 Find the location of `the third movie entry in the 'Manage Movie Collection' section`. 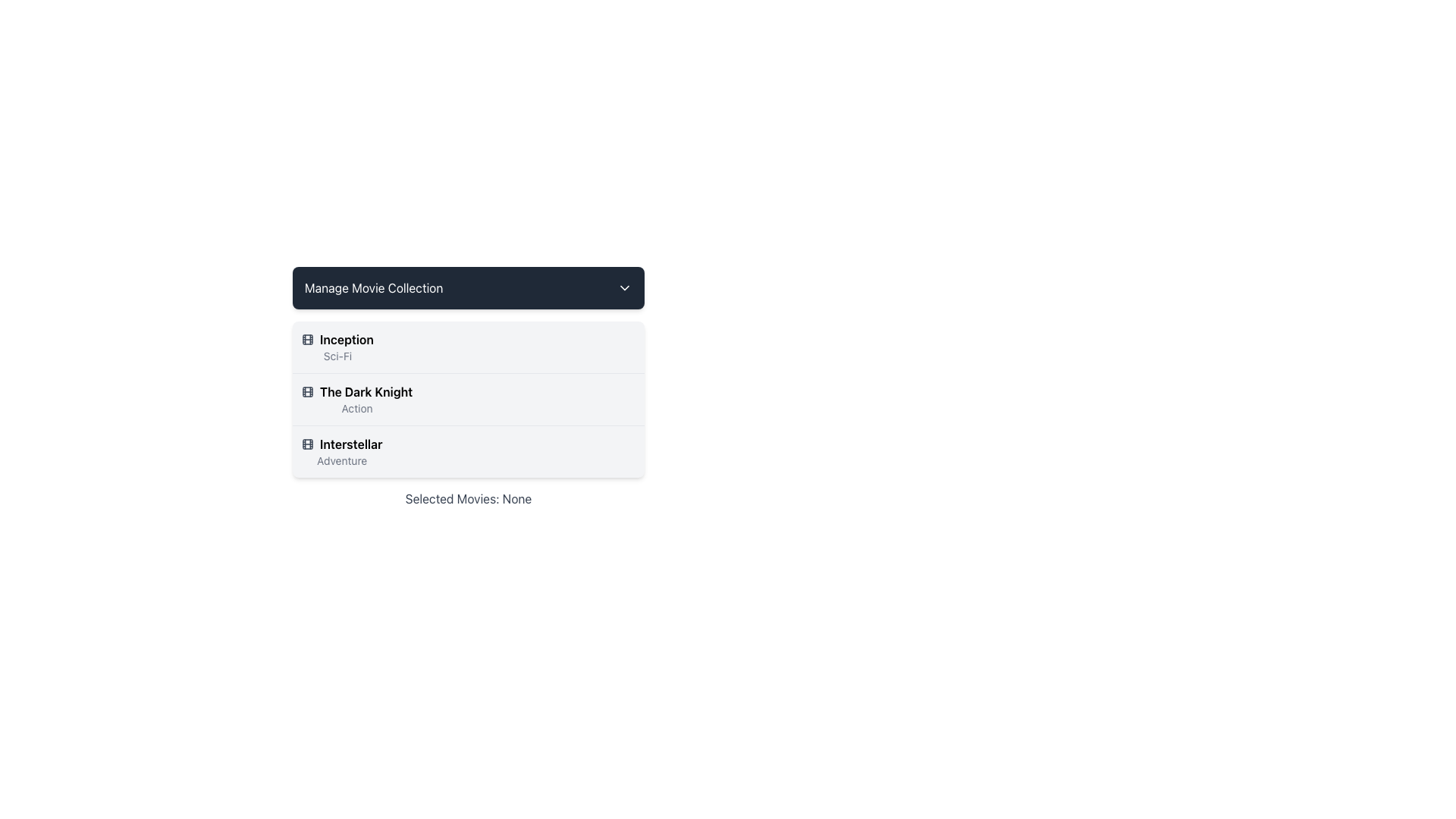

the third movie entry in the 'Manage Movie Collection' section is located at coordinates (468, 450).